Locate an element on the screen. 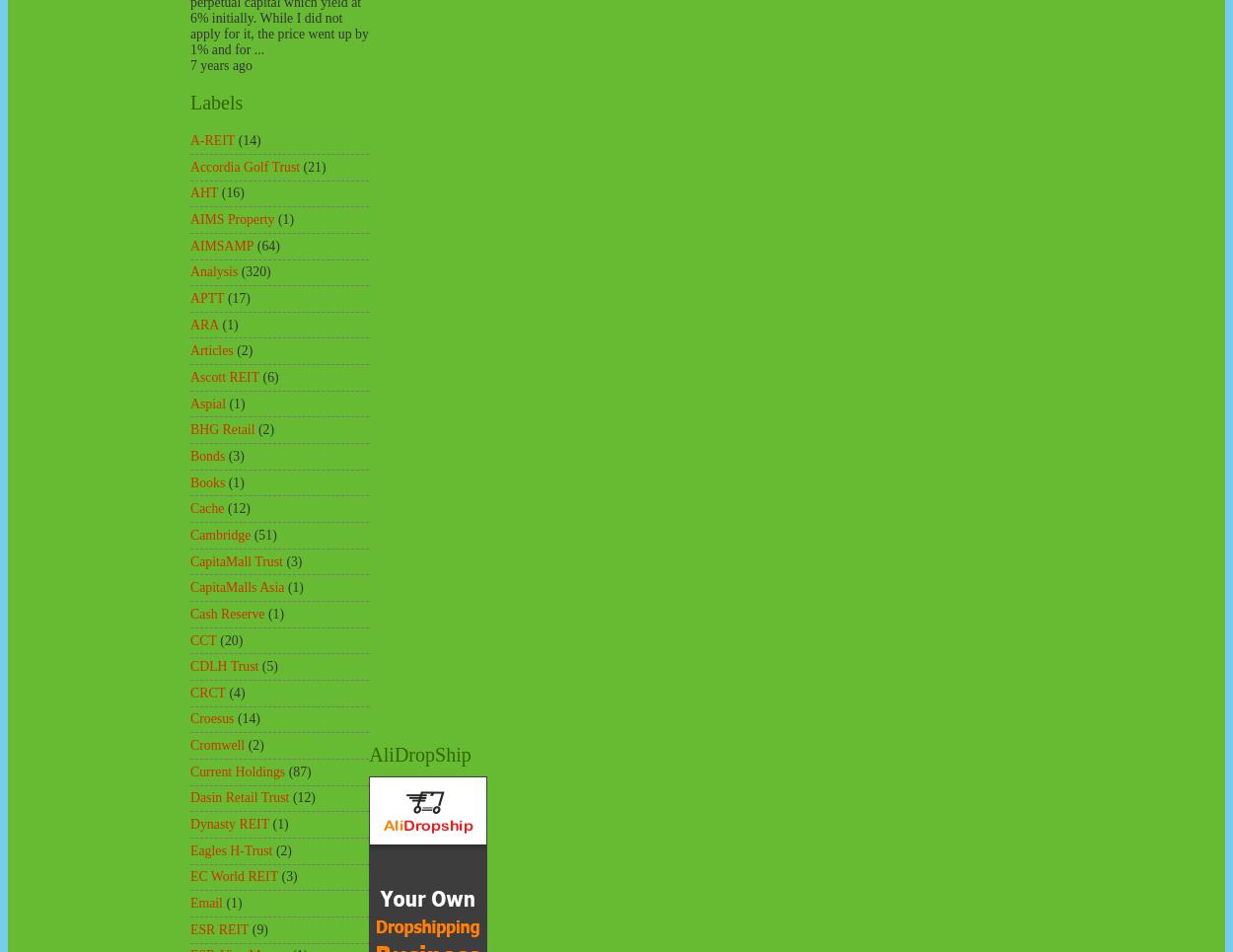  '(64)' is located at coordinates (267, 244).